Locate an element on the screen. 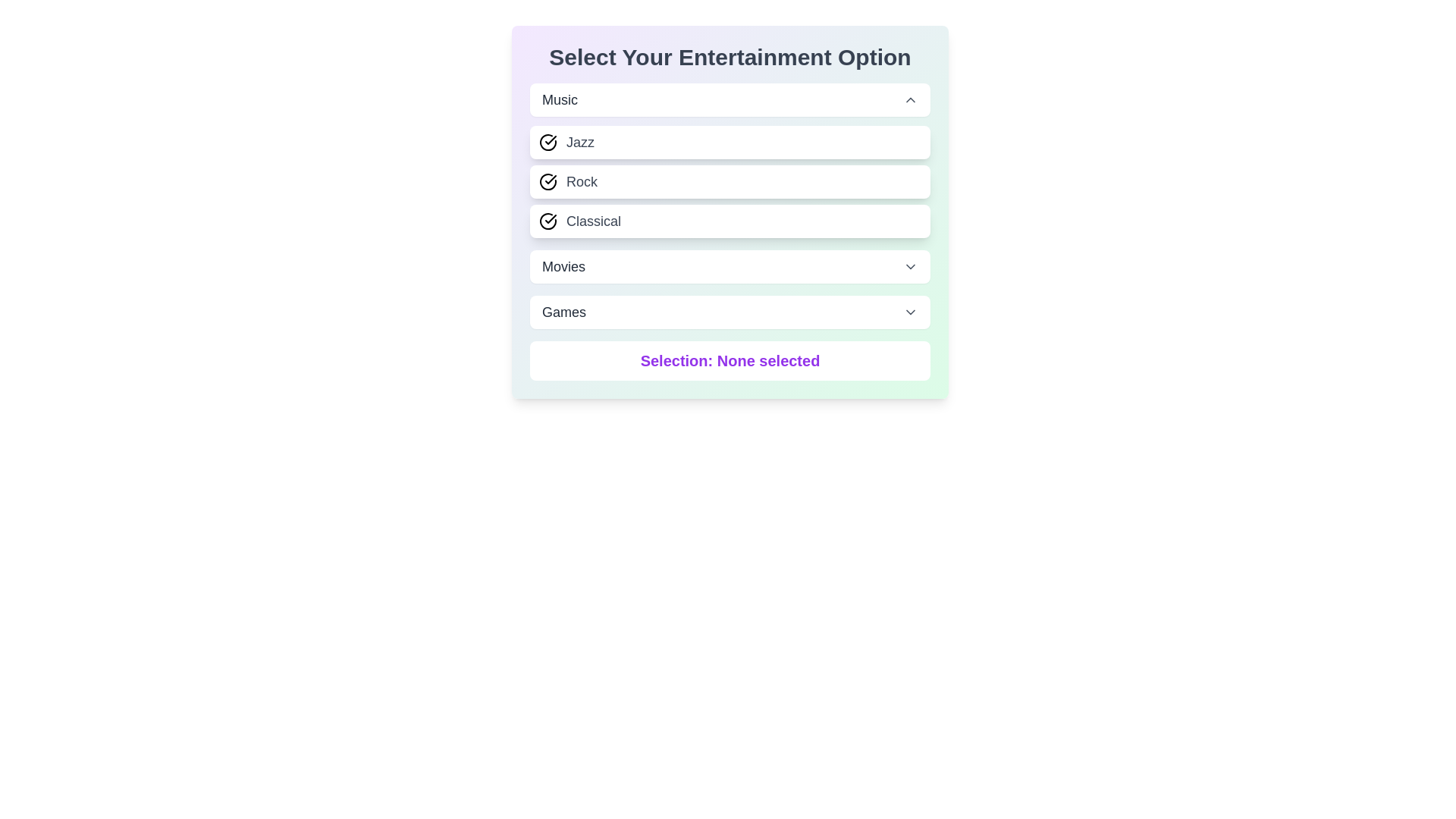 The width and height of the screenshot is (1456, 819). the Dropdown Button for entertainment categories, which is currently set to 'Music', to focus on it using the keyboard is located at coordinates (730, 99).